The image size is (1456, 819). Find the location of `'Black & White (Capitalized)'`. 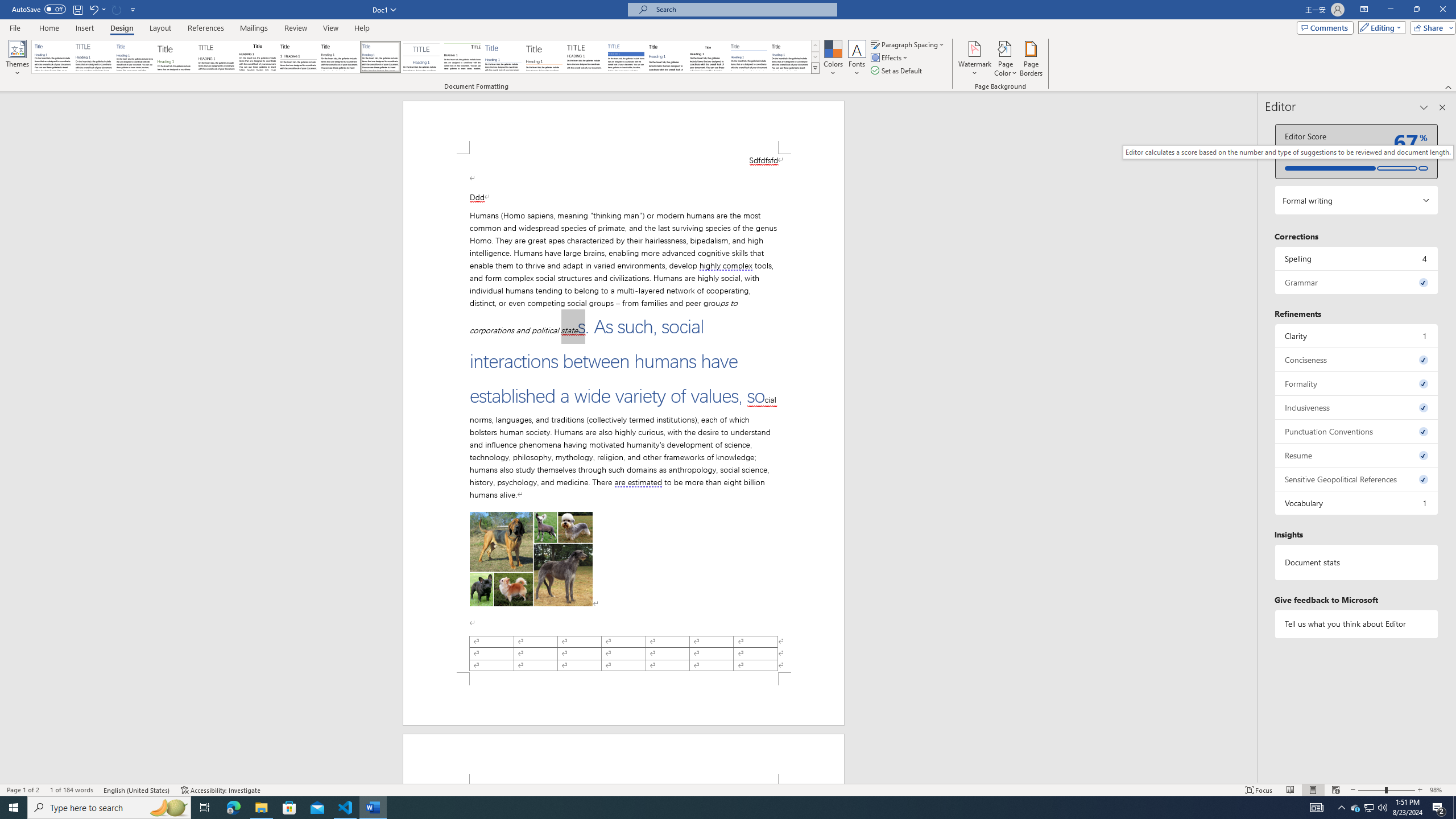

'Black & White (Capitalized)' is located at coordinates (216, 56).